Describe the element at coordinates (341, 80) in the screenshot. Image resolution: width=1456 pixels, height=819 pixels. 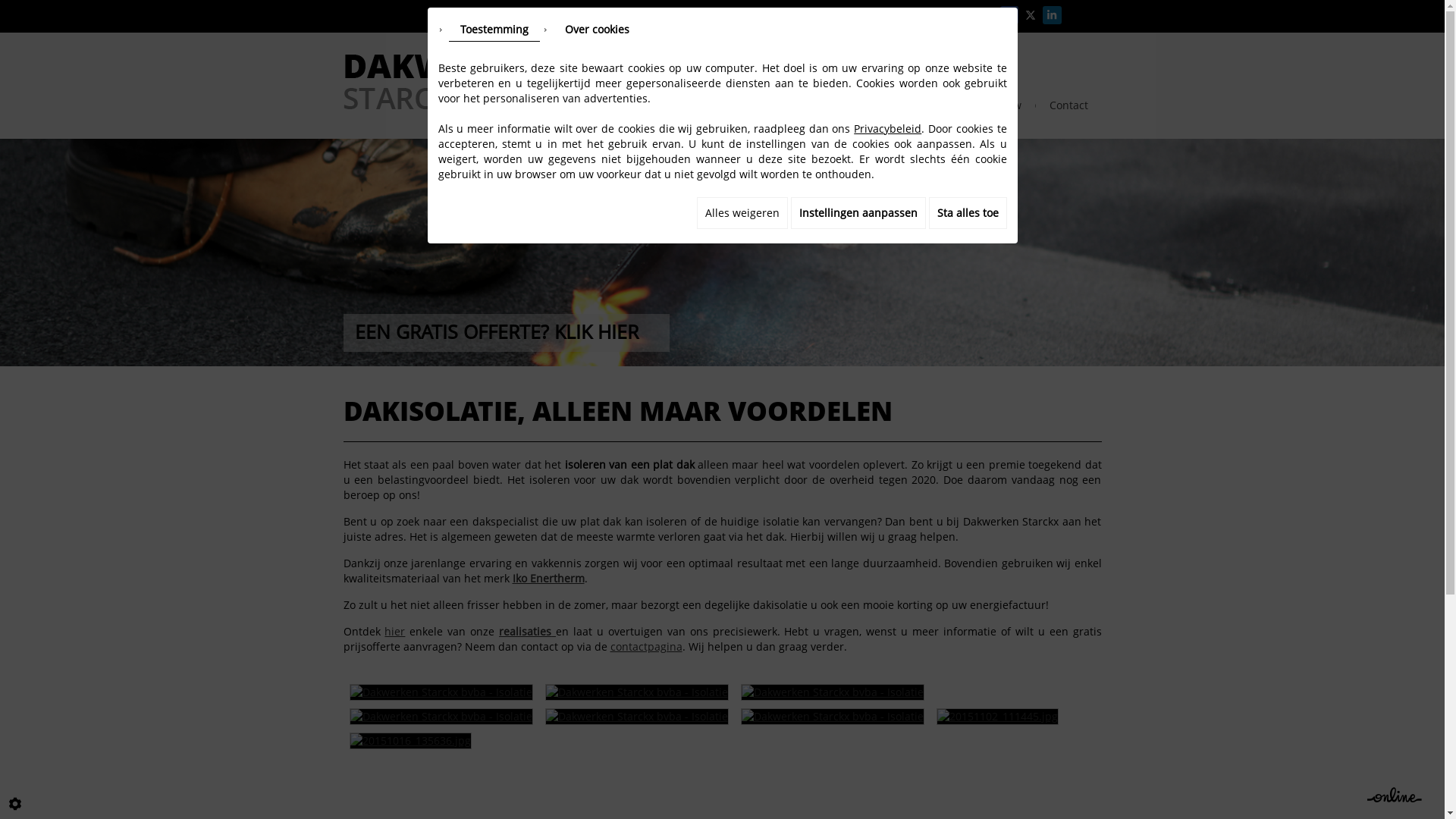
I see `'DAKWERKEN STARCKX BVBA - Turnhout'` at that location.